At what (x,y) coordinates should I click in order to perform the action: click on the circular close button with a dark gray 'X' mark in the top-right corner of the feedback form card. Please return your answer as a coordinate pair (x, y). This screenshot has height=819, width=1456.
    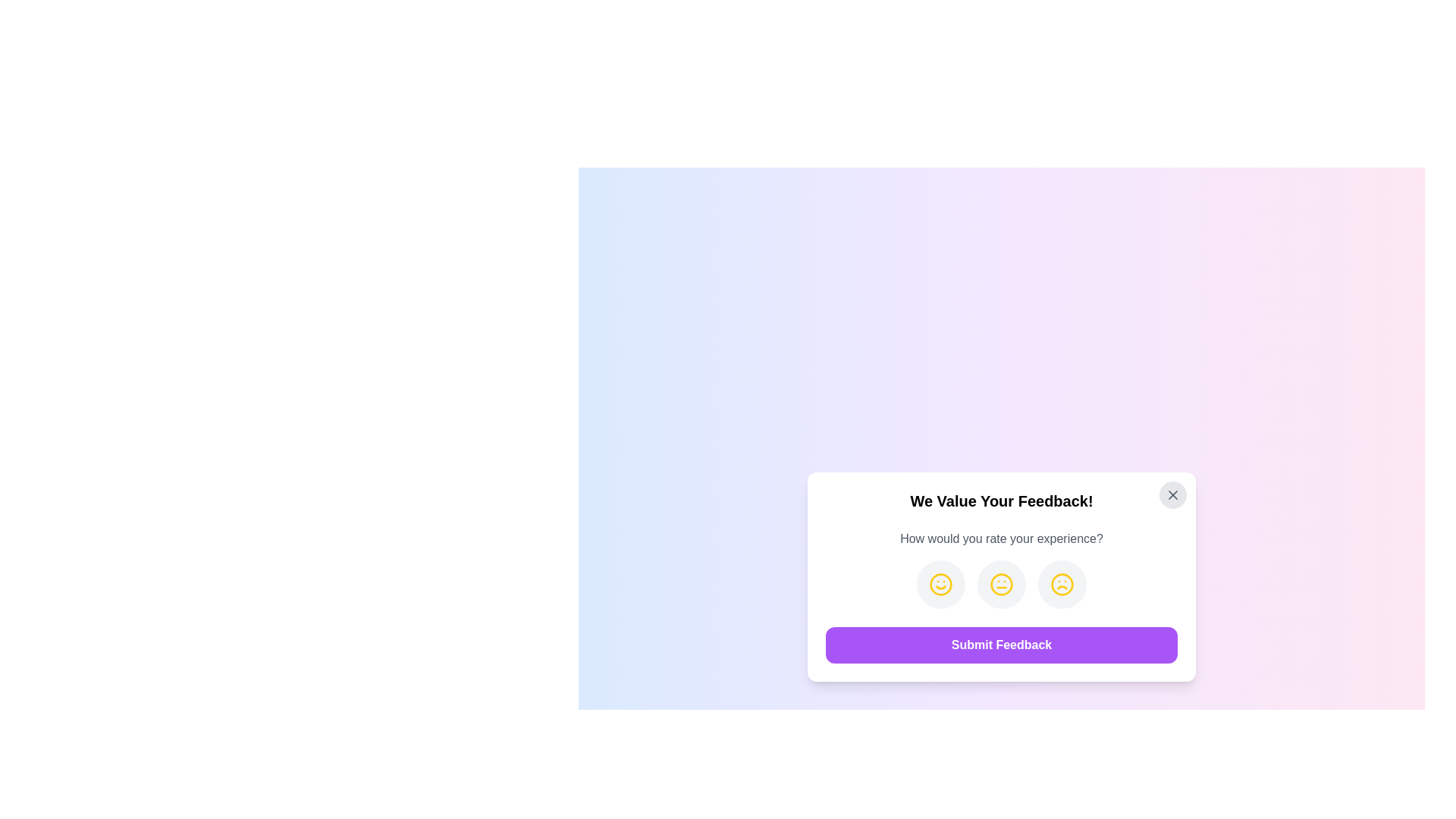
    Looking at the image, I should click on (1172, 494).